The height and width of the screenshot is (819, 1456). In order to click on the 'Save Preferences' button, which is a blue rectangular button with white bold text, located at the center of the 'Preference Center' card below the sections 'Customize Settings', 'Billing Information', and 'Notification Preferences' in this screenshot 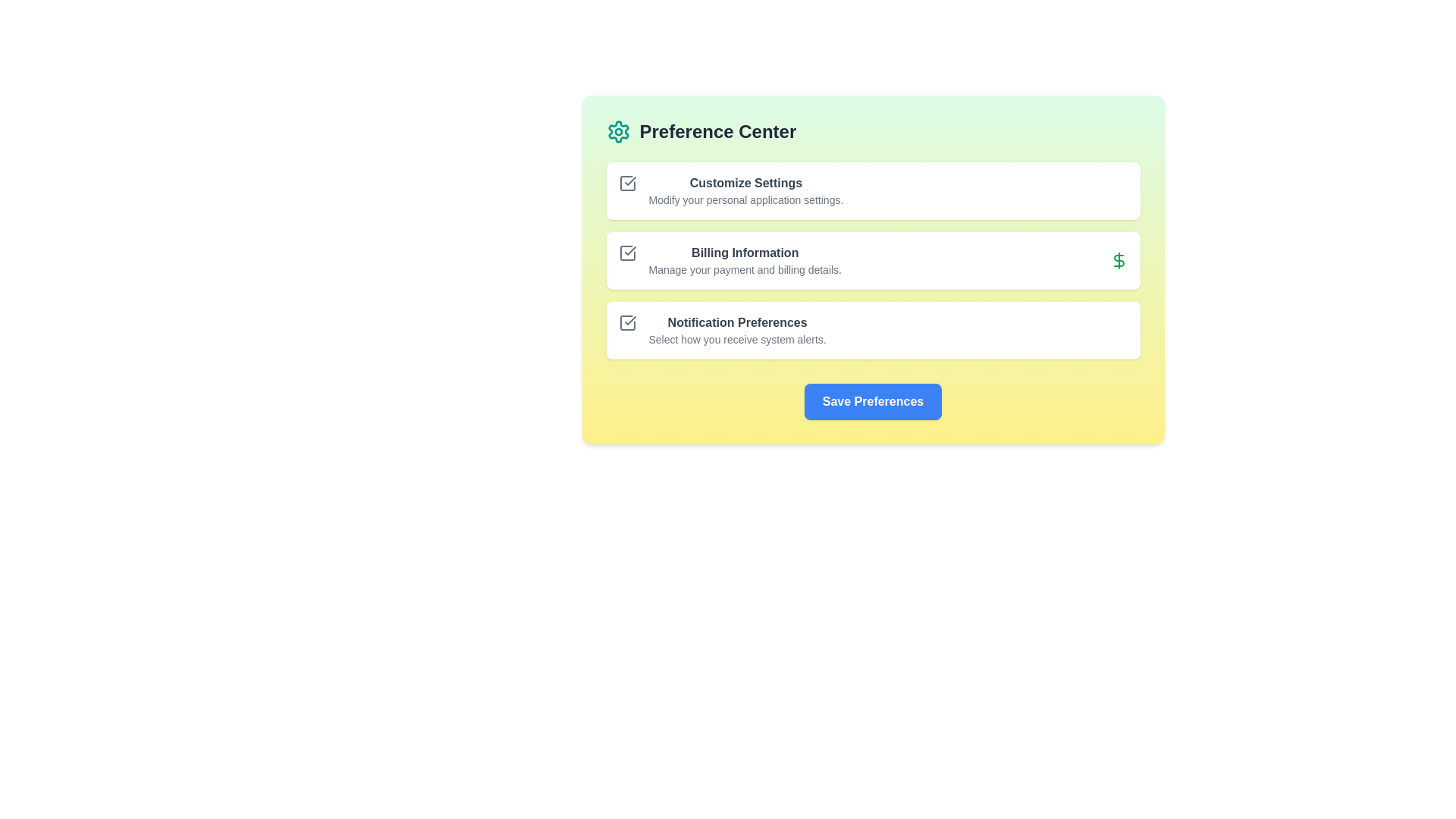, I will do `click(873, 400)`.